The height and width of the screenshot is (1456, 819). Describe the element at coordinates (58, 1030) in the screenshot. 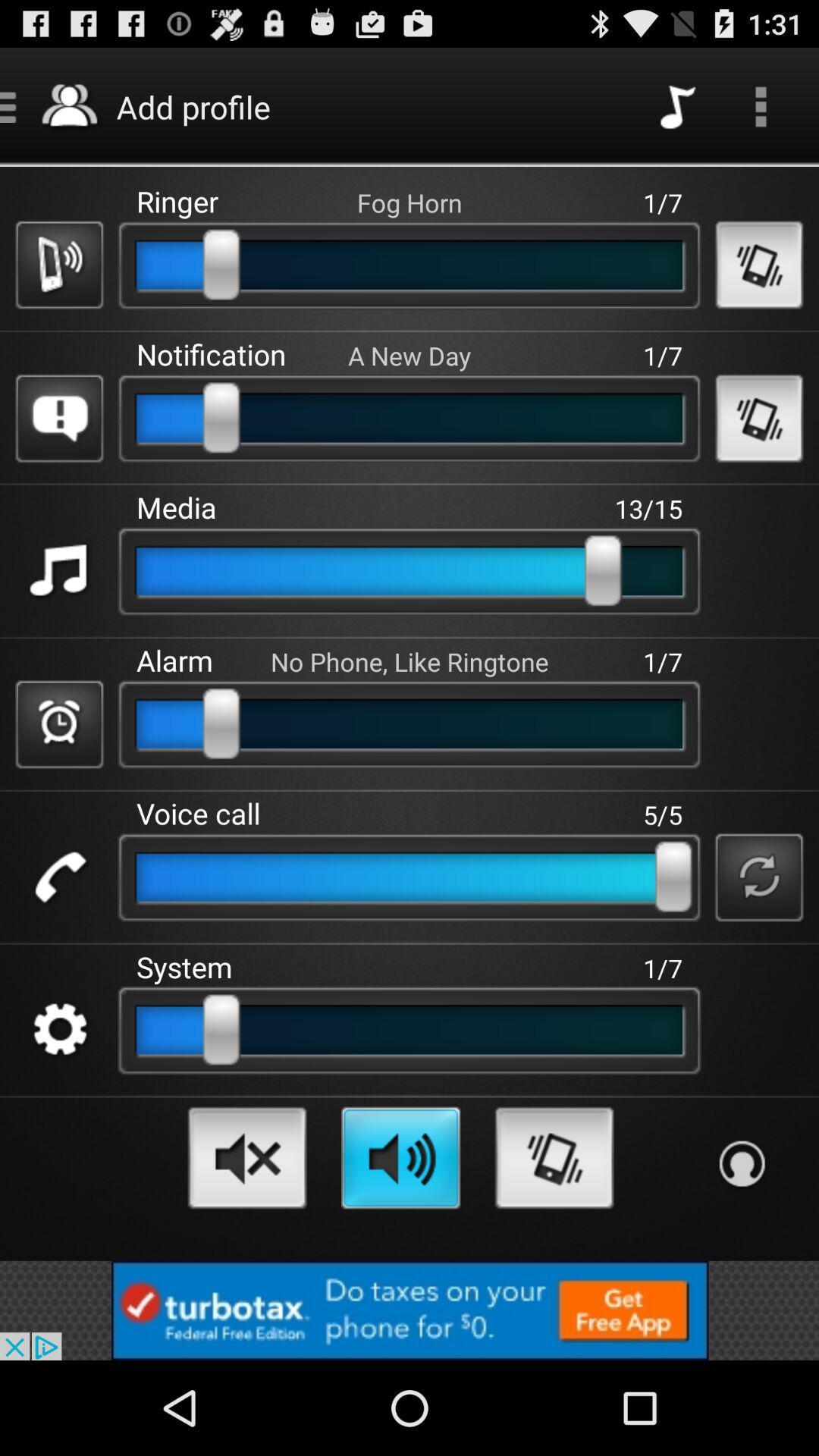

I see `open system menu` at that location.